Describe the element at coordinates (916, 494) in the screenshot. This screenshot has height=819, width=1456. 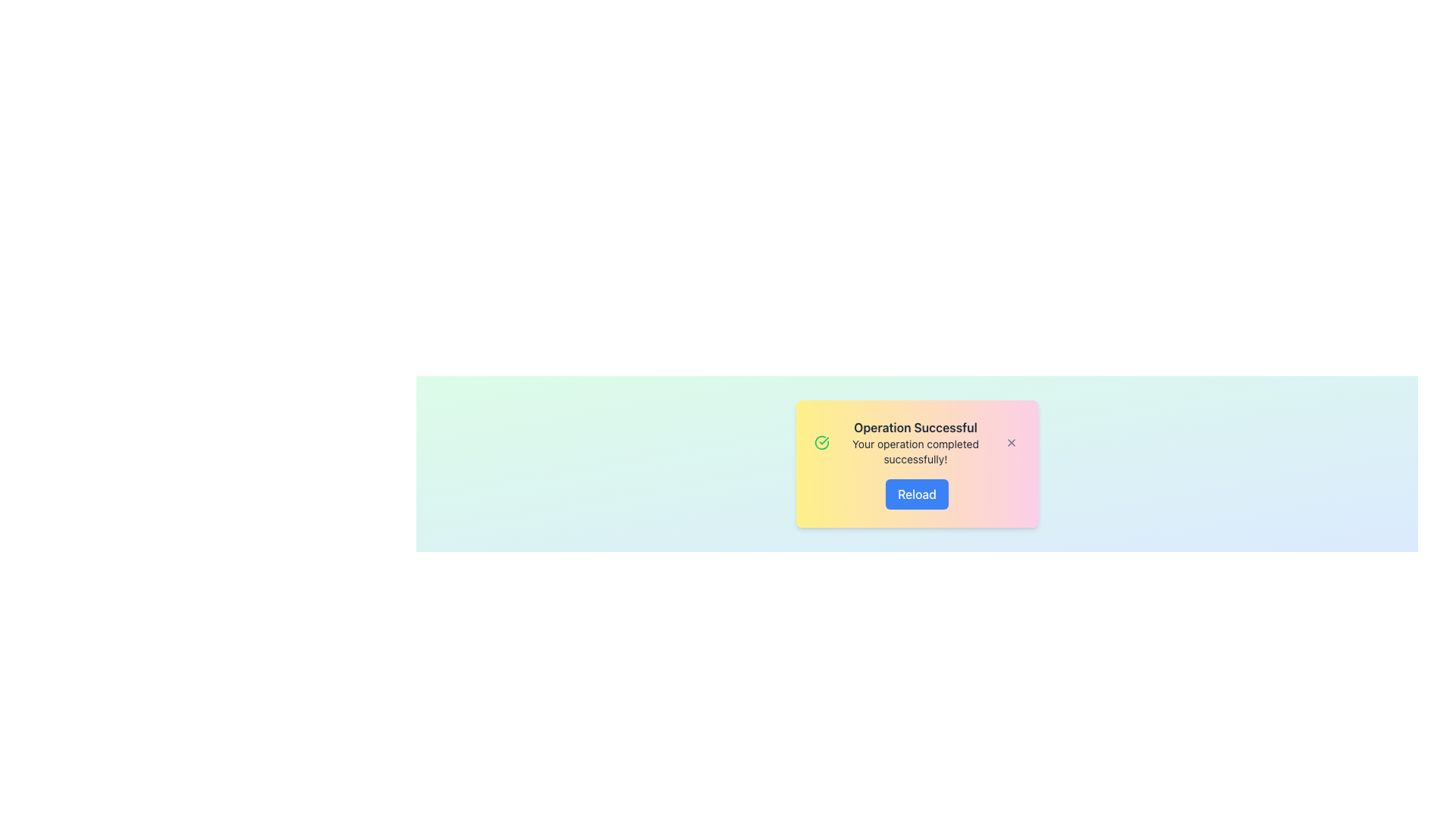
I see `the 'Reload' button with a bright blue background and white text to initiate a reload action` at that location.